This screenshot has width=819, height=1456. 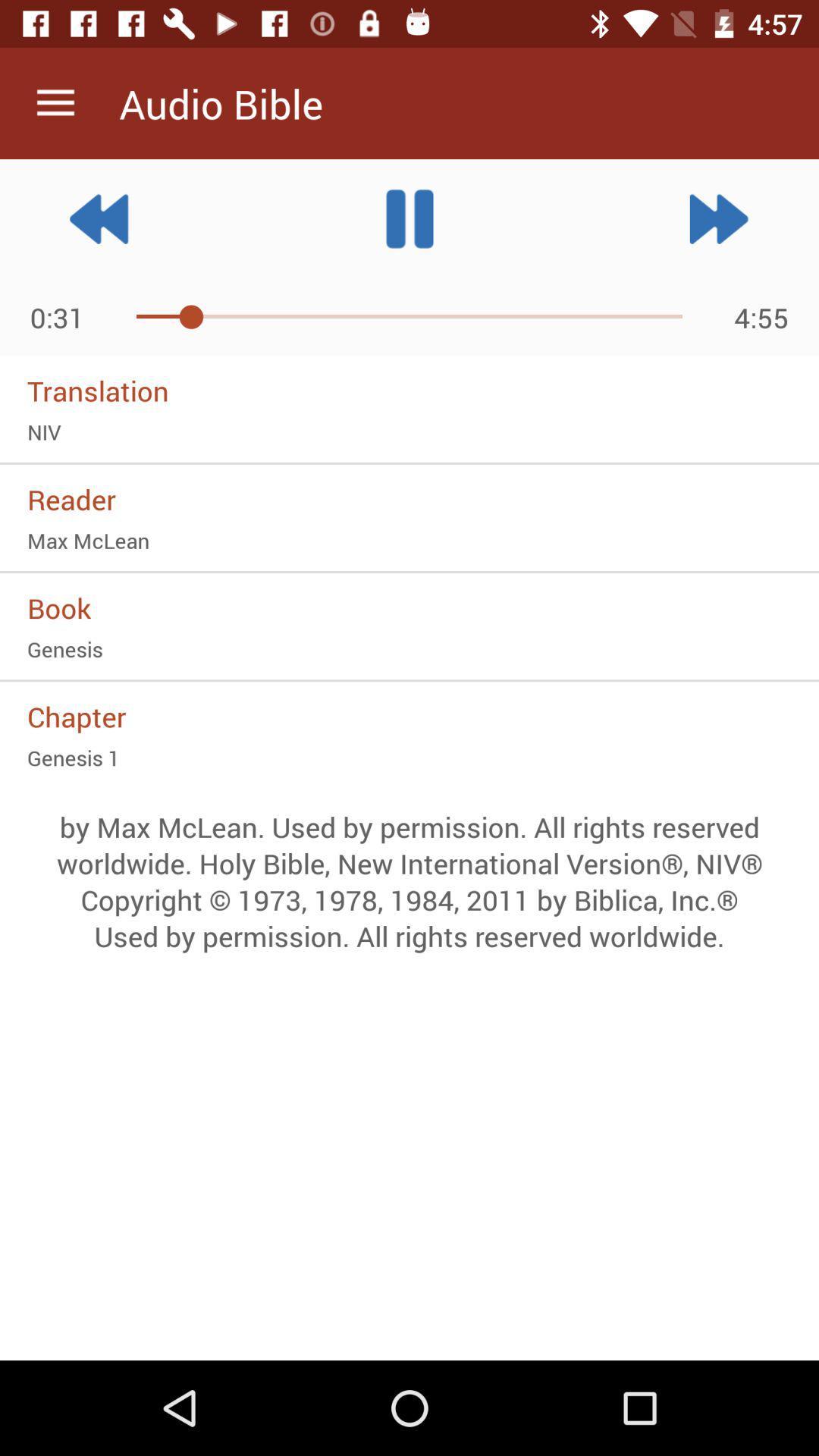 What do you see at coordinates (409, 607) in the screenshot?
I see `icon above genesis item` at bounding box center [409, 607].